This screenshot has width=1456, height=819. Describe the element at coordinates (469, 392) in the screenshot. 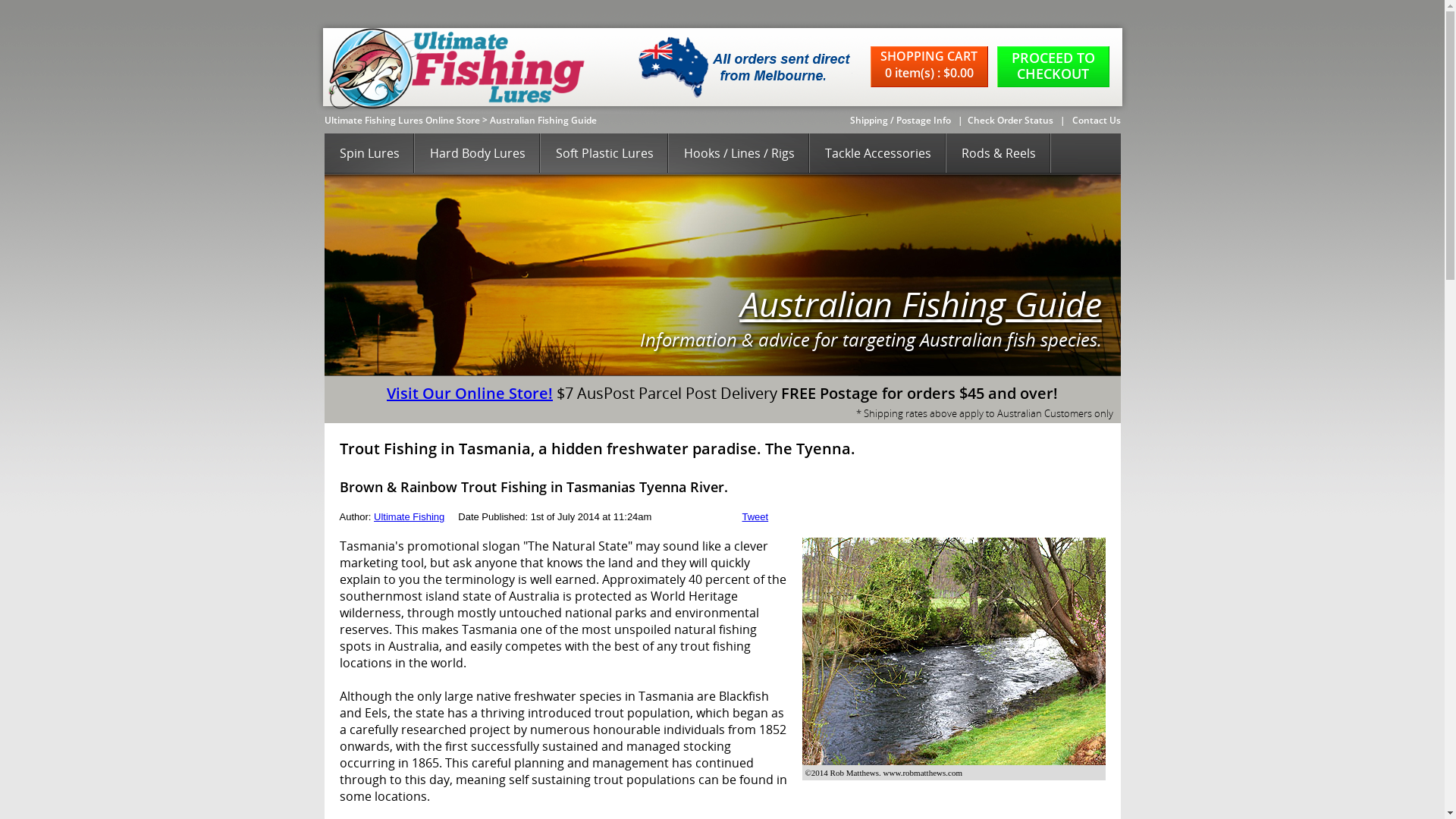

I see `'Visit Our Online Store!'` at that location.